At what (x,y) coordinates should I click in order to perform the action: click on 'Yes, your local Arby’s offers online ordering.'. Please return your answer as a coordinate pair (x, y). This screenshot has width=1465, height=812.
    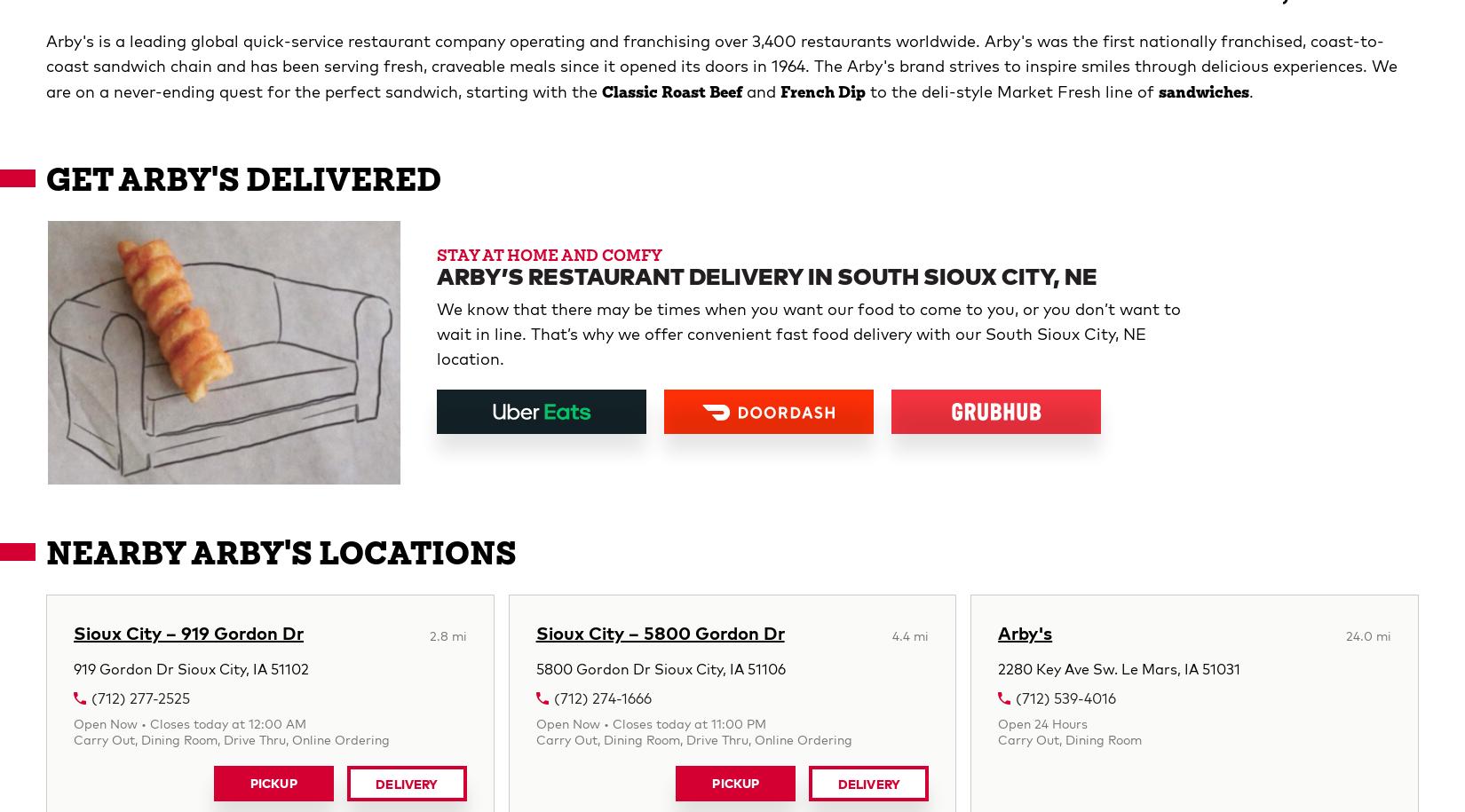
    Looking at the image, I should click on (216, 348).